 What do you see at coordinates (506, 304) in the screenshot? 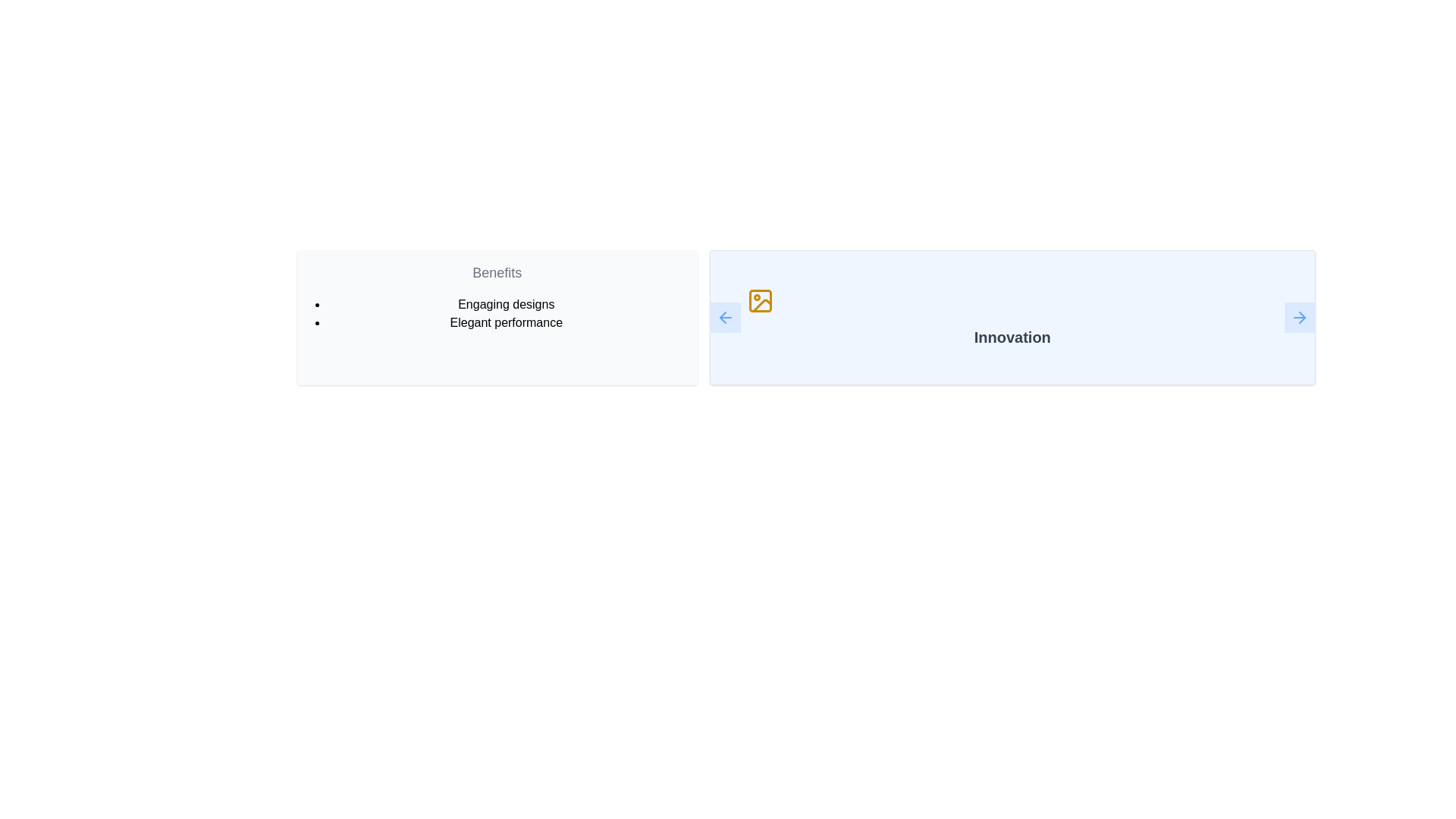
I see `the first item in the bulleted list under the header 'Benefits' that describes 'Engaging designs'` at bounding box center [506, 304].